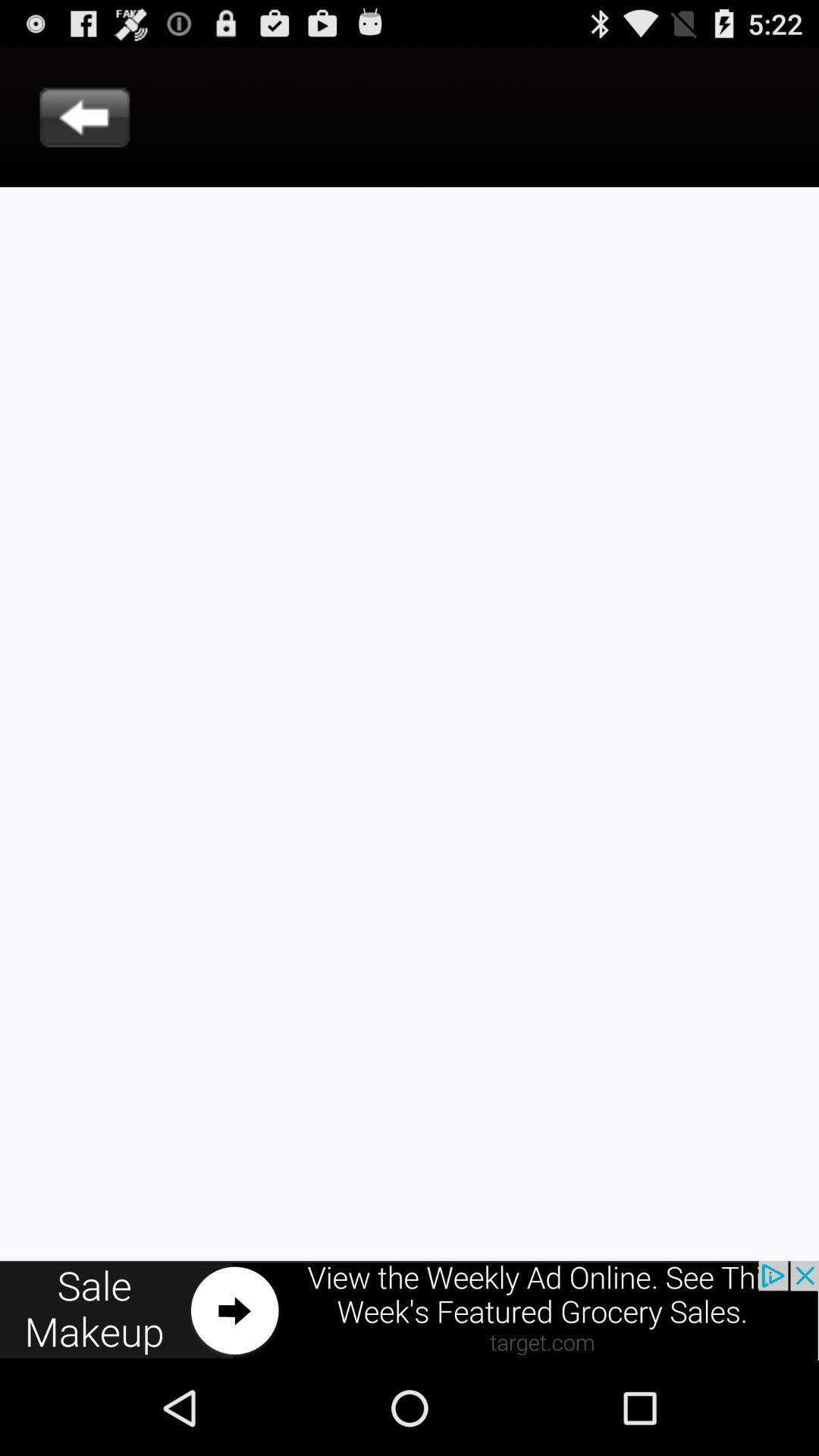 The width and height of the screenshot is (819, 1456). I want to click on the arrow_backward icon, so click(84, 125).